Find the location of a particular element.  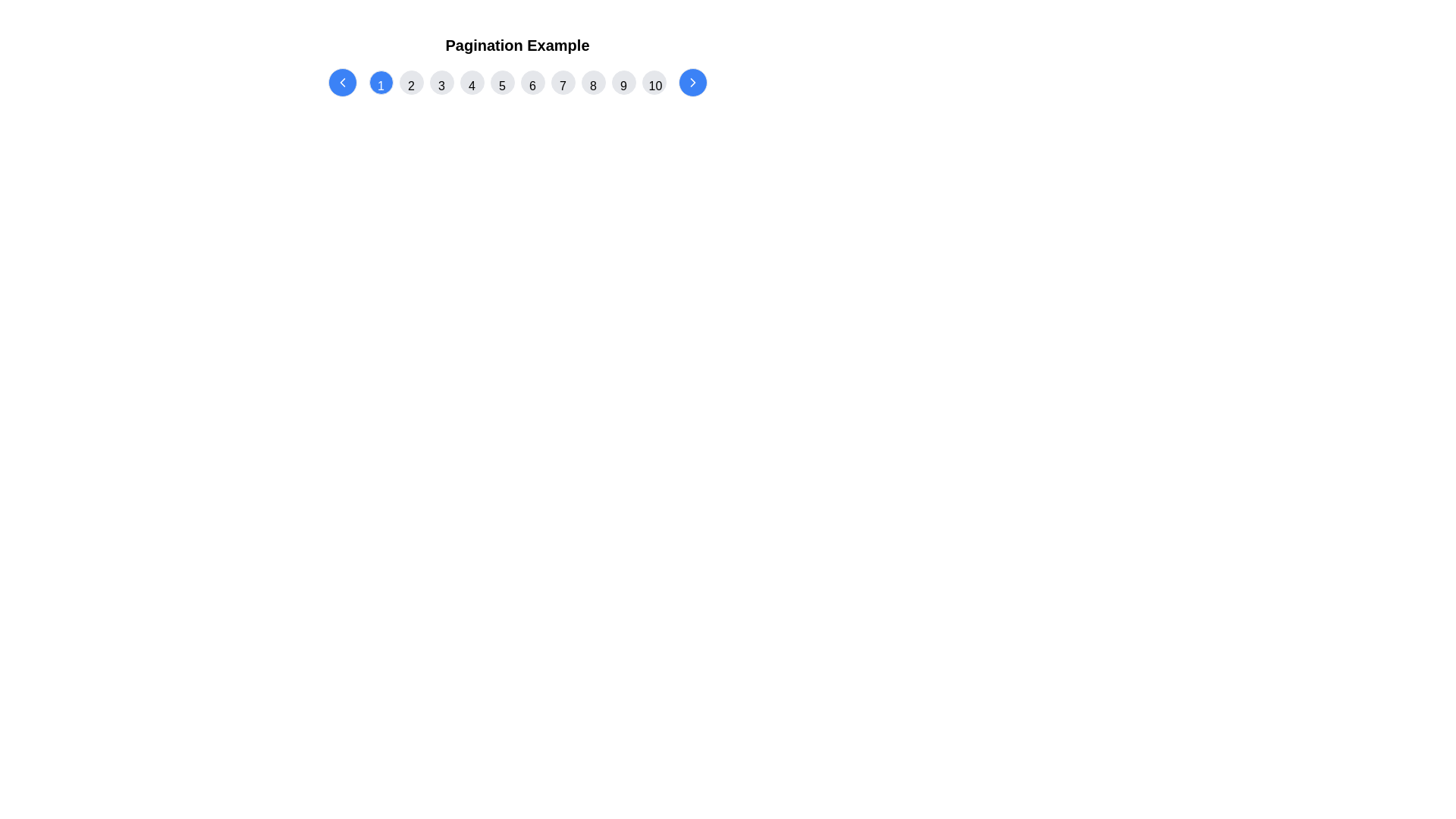

the circular button with a gray background and a bold black numeral '5' at its center is located at coordinates (502, 82).